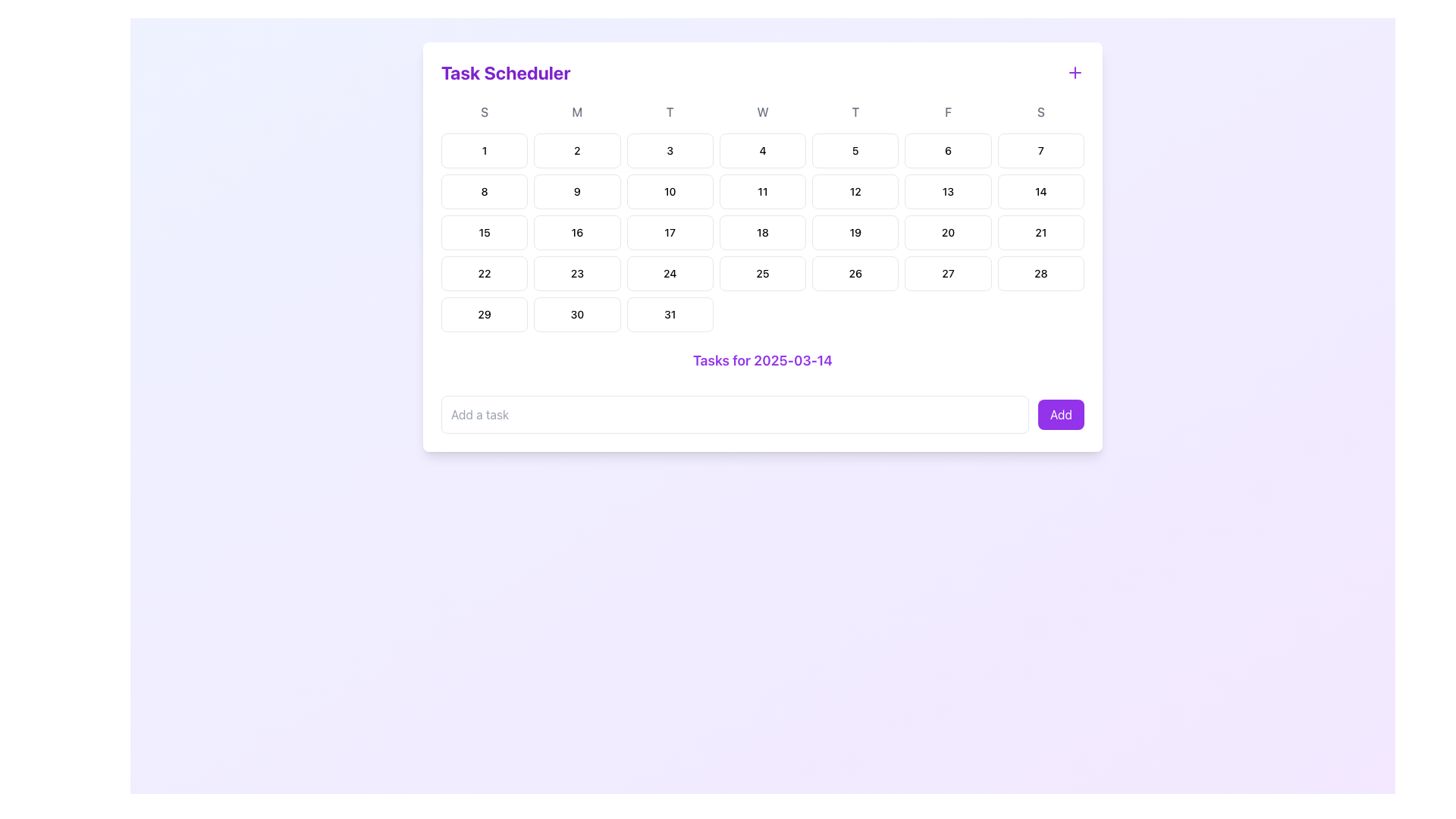 This screenshot has height=819, width=1456. Describe the element at coordinates (576, 151) in the screenshot. I see `the calendar date button labeled '2', which is the second button in the first row of a 7-column grid` at that location.